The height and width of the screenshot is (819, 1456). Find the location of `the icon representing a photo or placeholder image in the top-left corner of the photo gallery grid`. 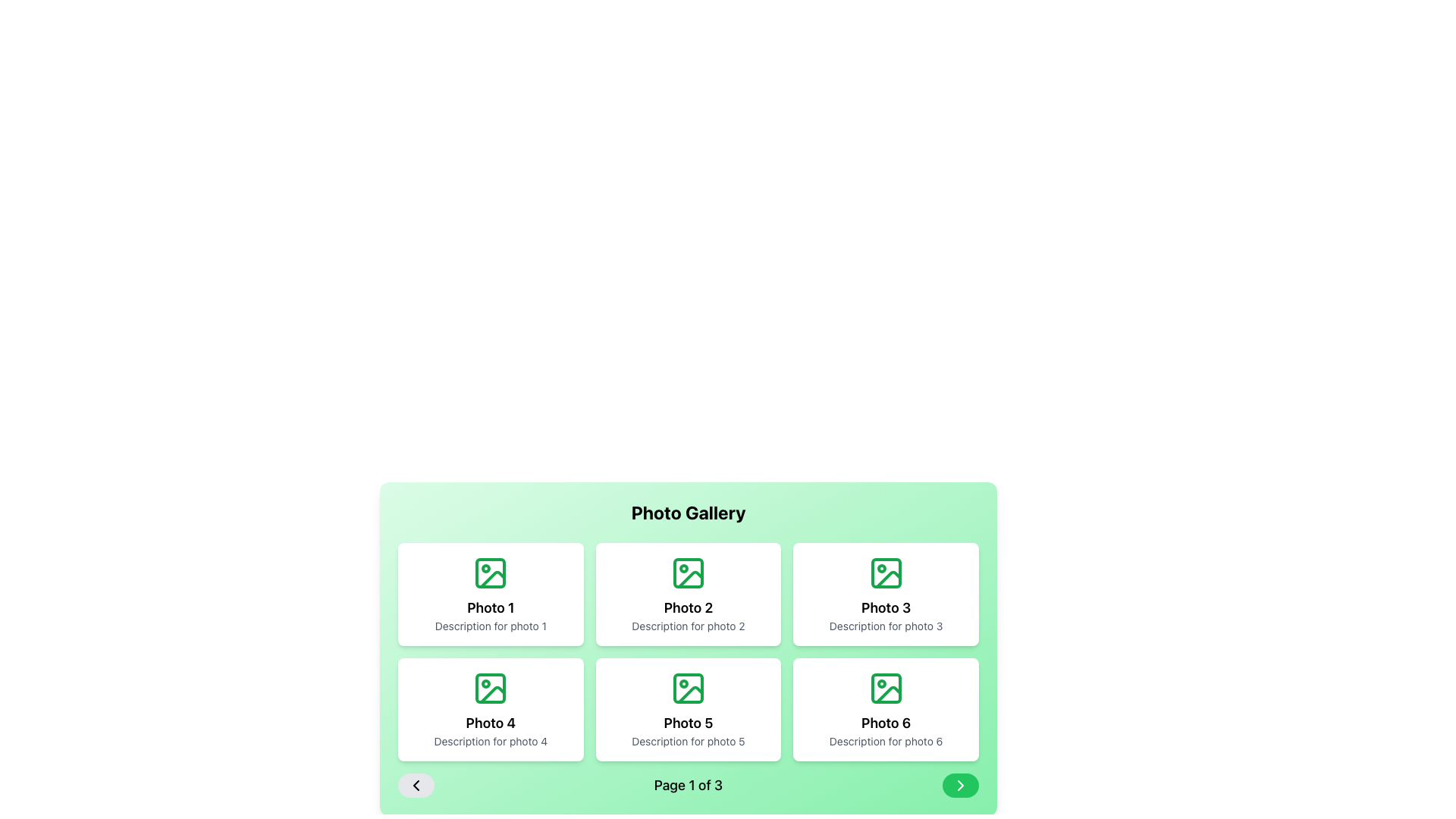

the icon representing a photo or placeholder image in the top-left corner of the photo gallery grid is located at coordinates (491, 573).